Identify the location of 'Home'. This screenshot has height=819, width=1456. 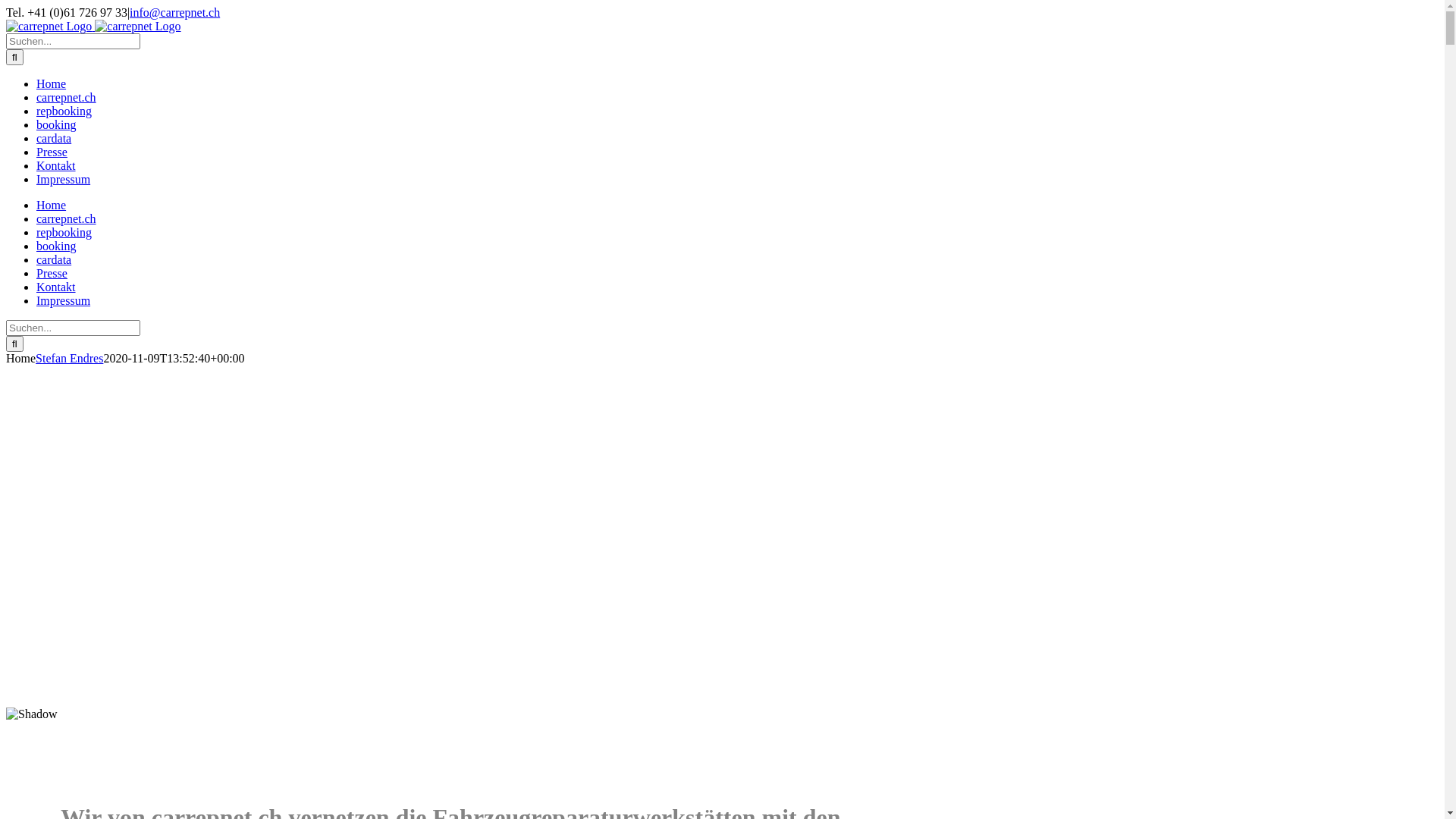
(51, 83).